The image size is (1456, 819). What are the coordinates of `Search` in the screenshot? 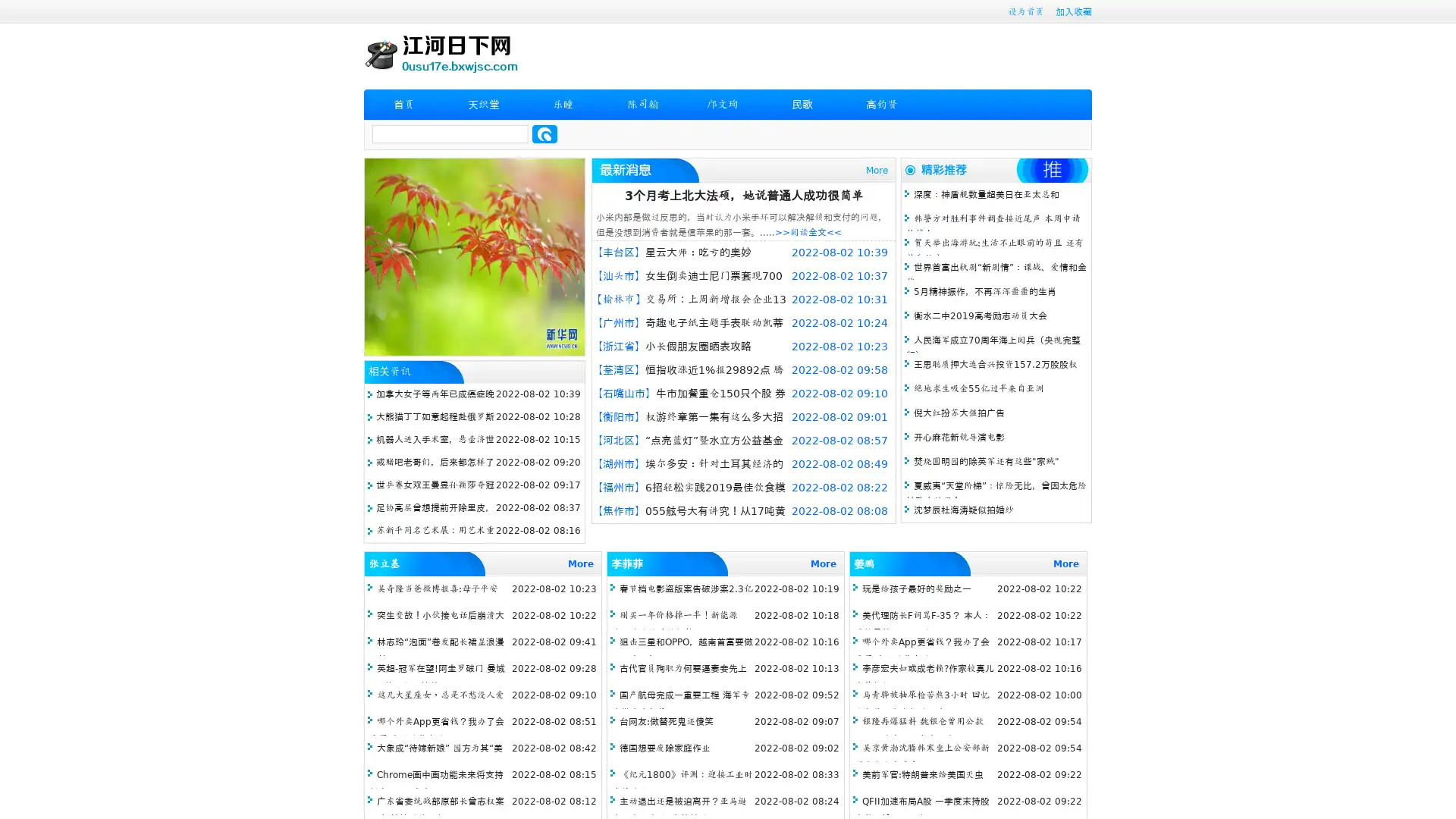 It's located at (544, 133).